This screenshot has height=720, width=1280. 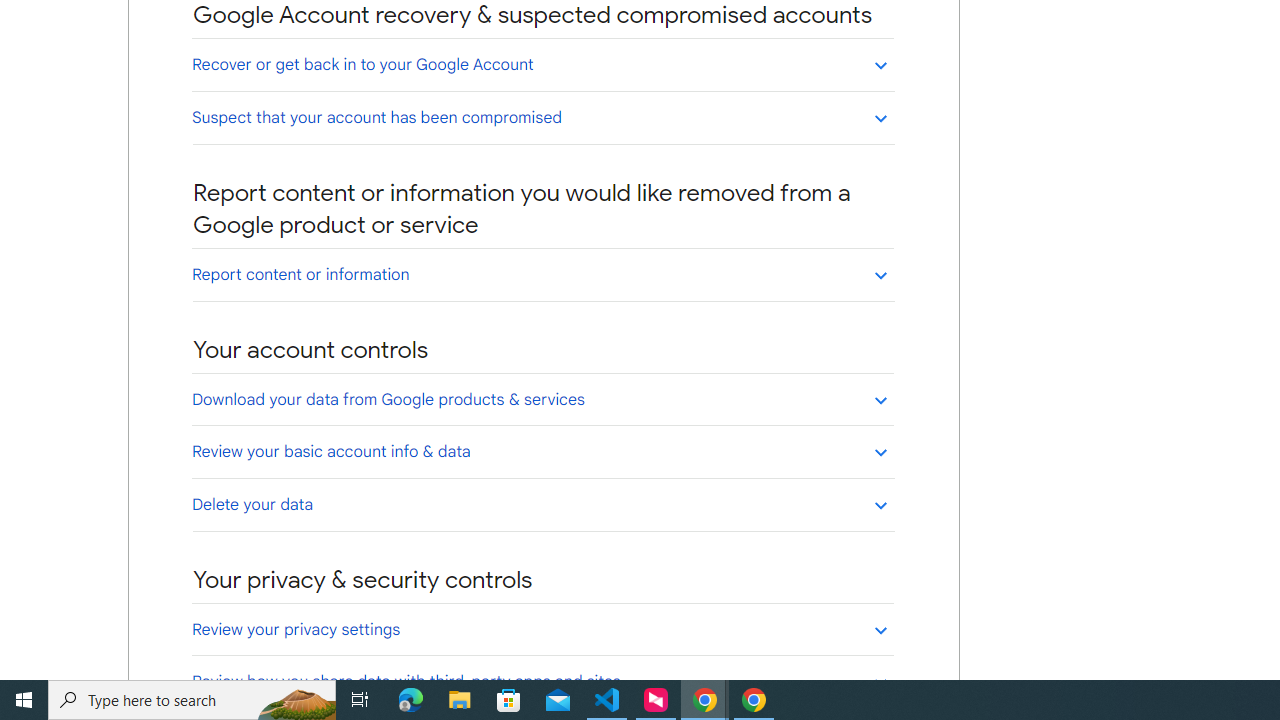 What do you see at coordinates (542, 274) in the screenshot?
I see `'Report content or information'` at bounding box center [542, 274].